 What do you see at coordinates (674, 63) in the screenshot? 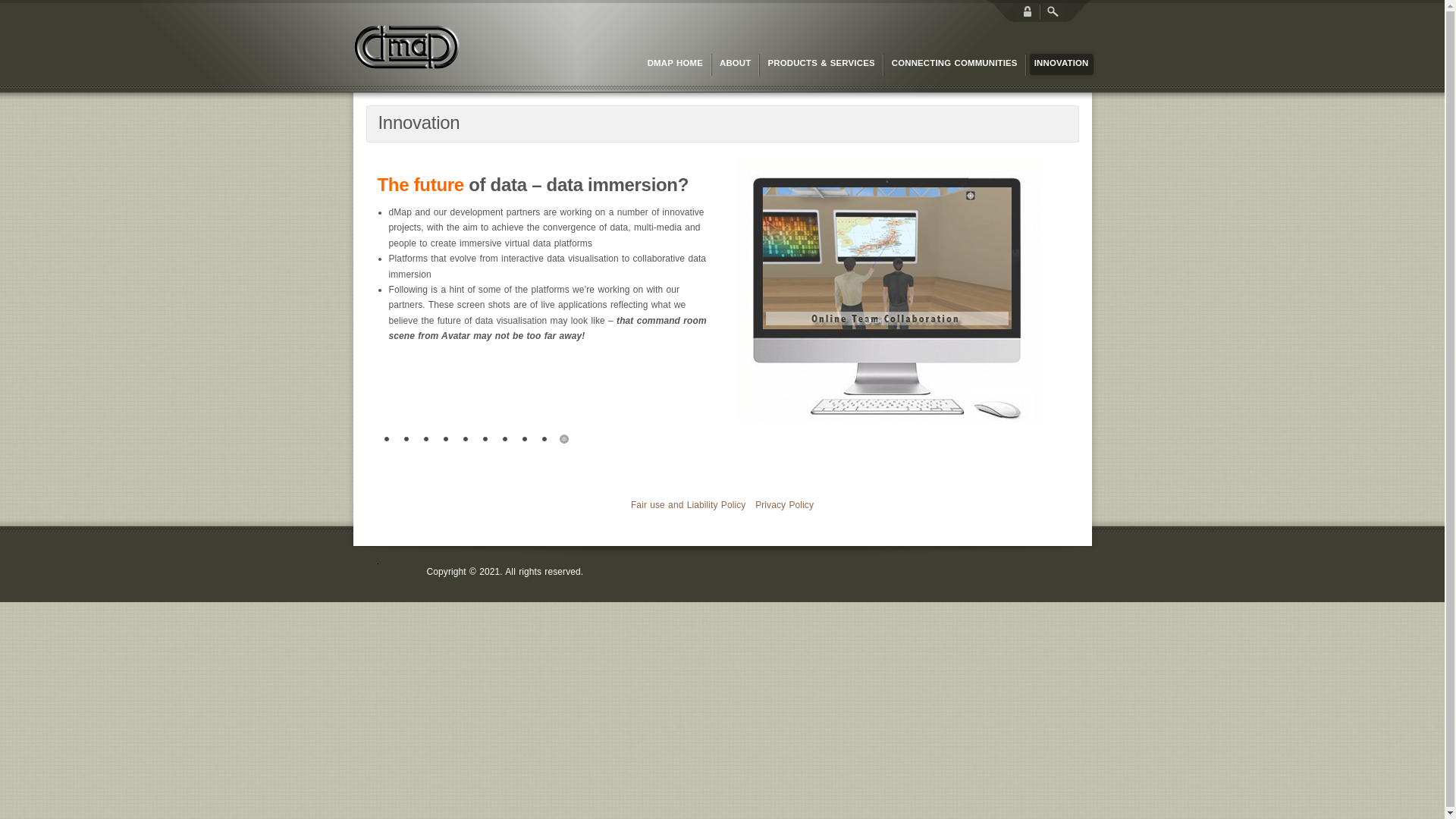
I see `'DMAP HOME'` at bounding box center [674, 63].